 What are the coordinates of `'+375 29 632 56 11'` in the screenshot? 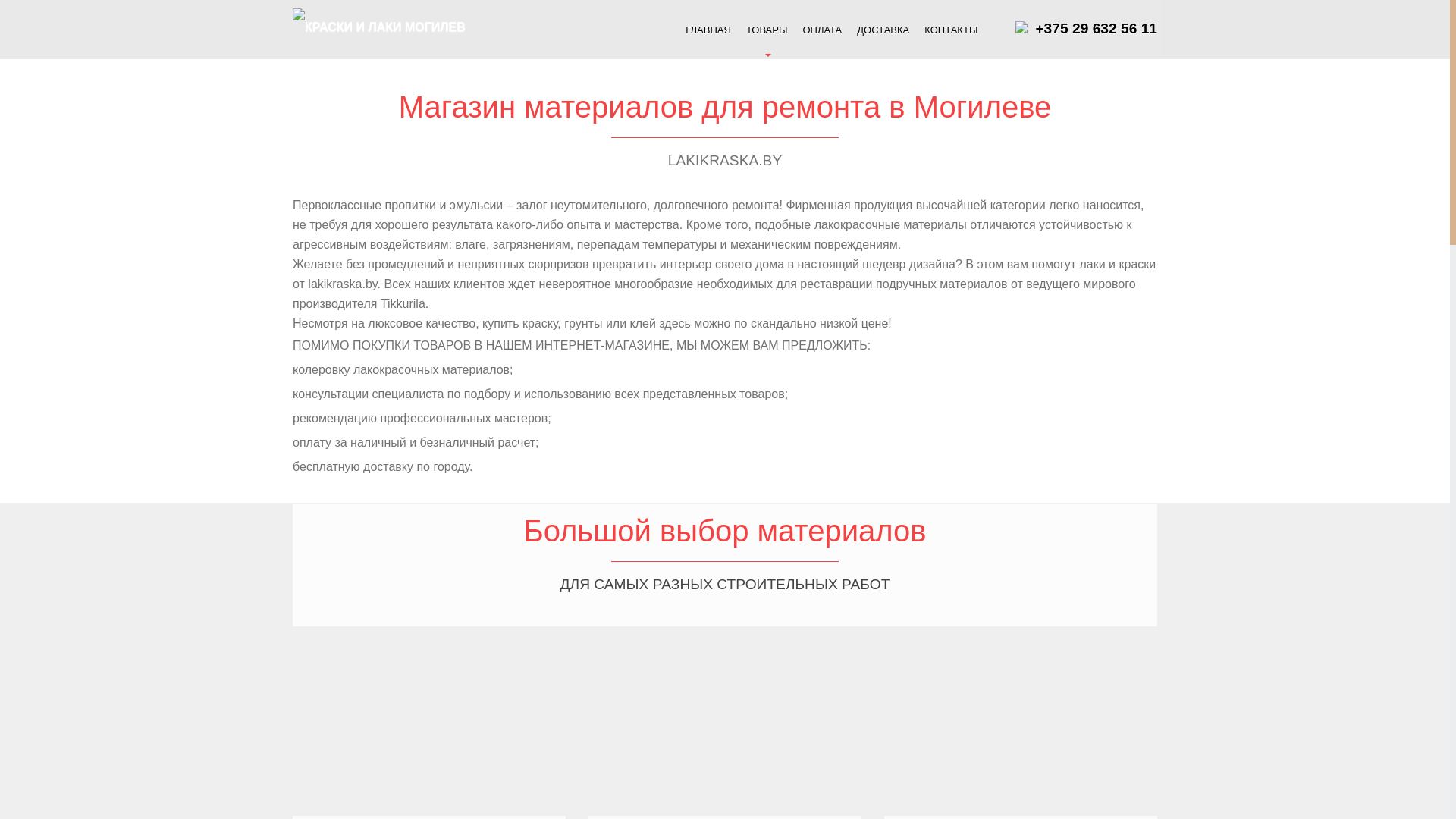 It's located at (1096, 28).